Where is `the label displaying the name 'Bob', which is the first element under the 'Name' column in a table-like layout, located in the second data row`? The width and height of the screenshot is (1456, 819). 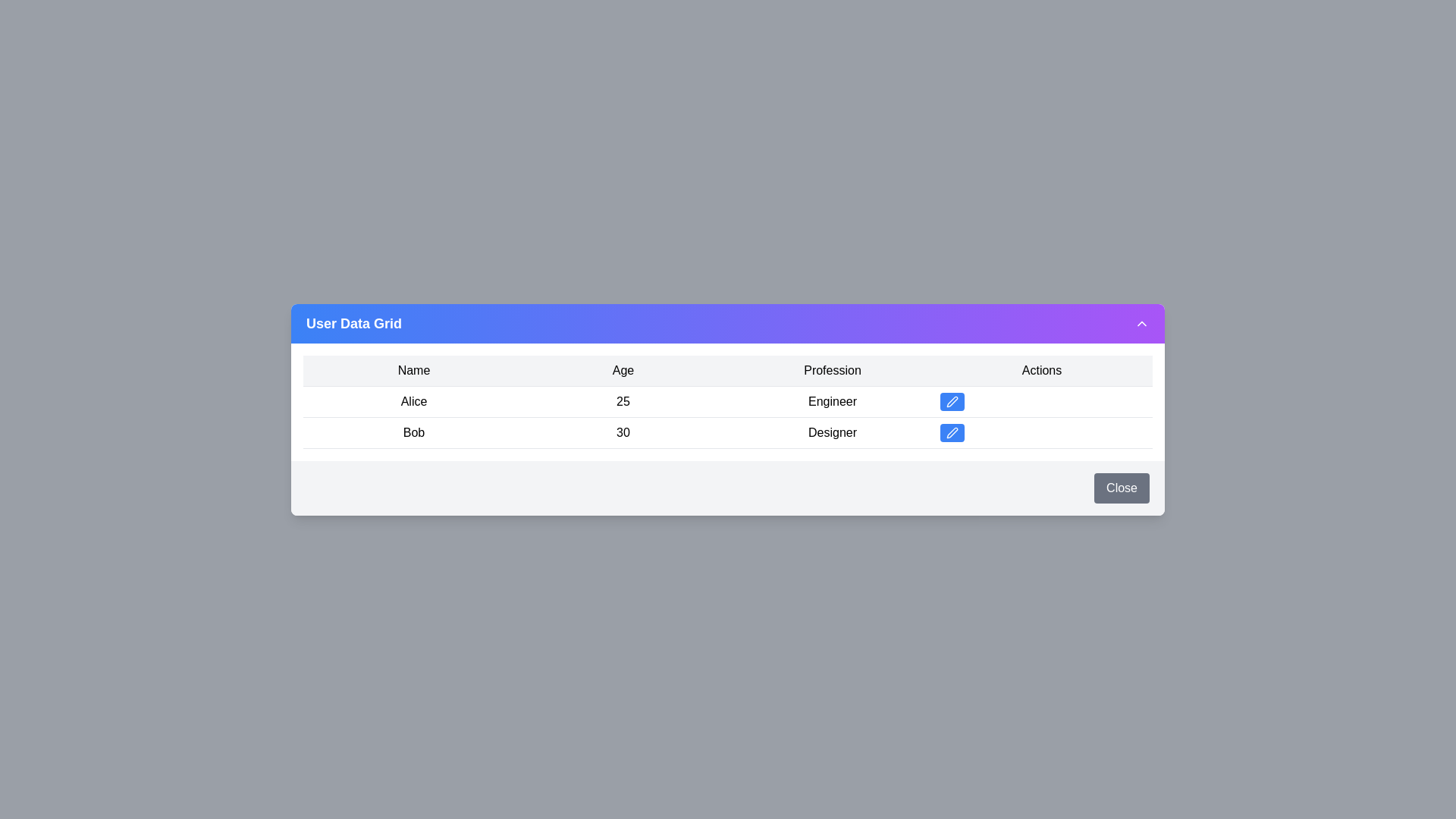
the label displaying the name 'Bob', which is the first element under the 'Name' column in a table-like layout, located in the second data row is located at coordinates (414, 432).